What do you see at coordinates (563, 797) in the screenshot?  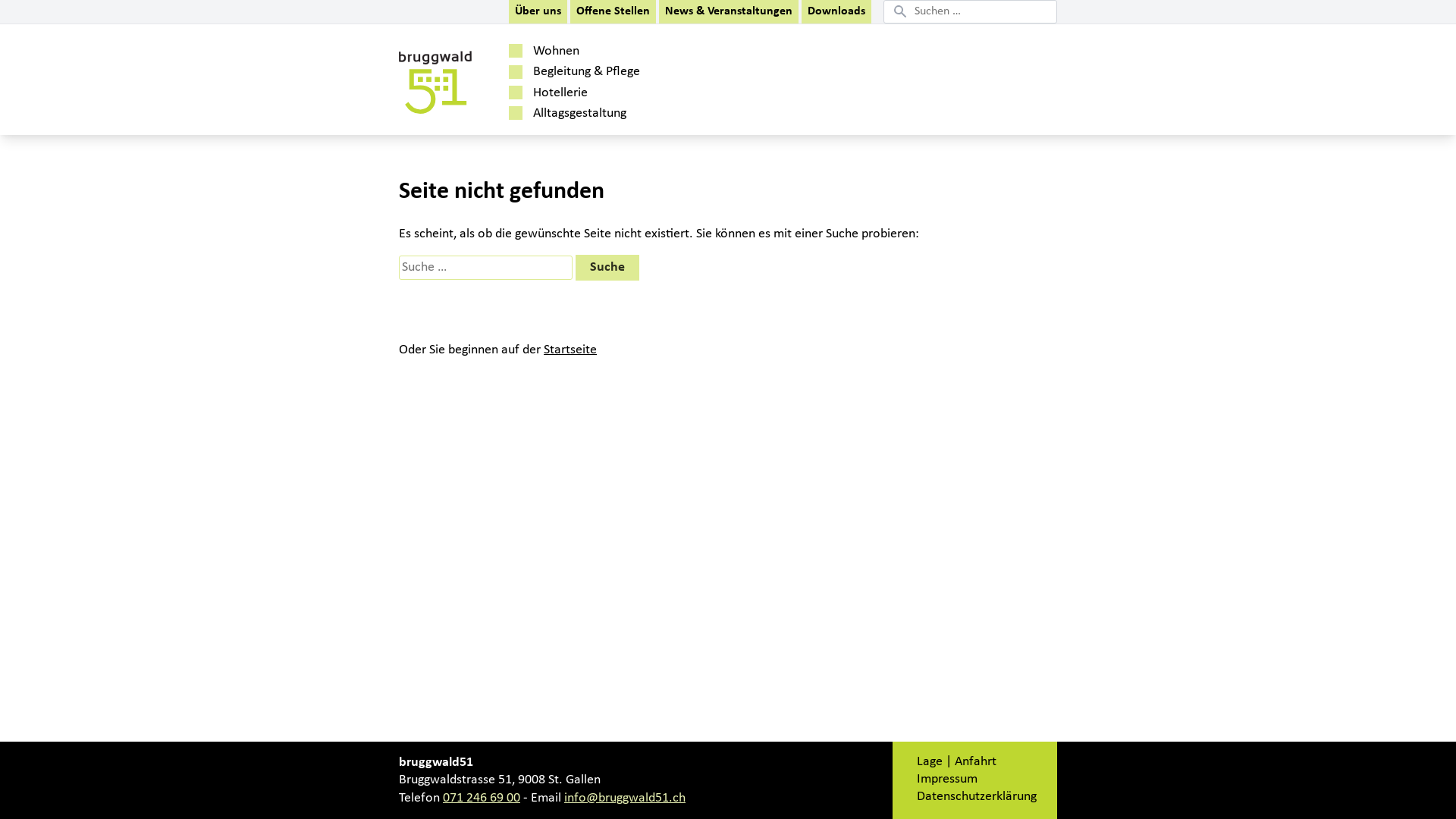 I see `'info@bruggwald51.ch'` at bounding box center [563, 797].